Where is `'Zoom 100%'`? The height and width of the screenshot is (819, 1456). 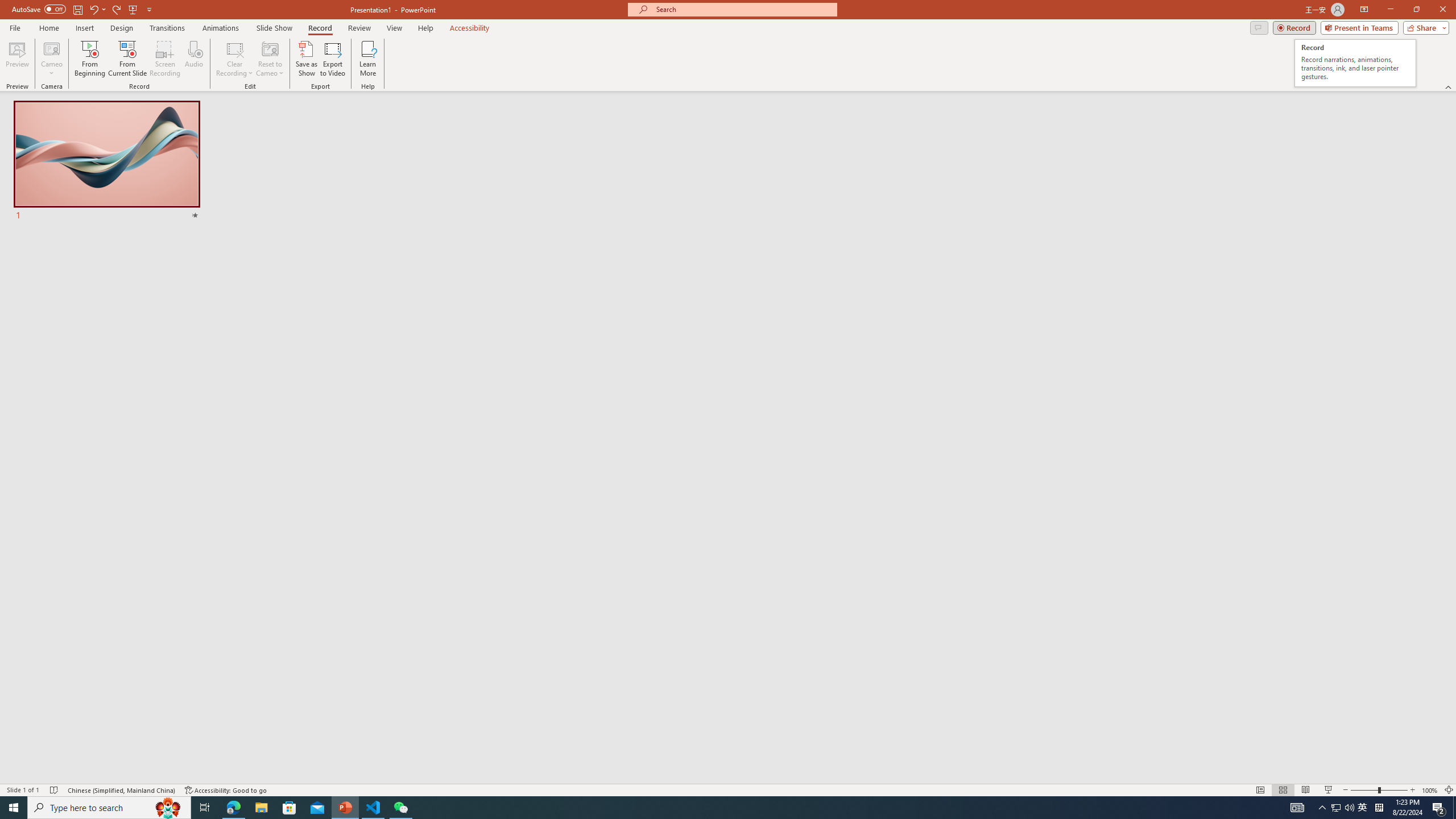
'Zoom 100%' is located at coordinates (1430, 790).